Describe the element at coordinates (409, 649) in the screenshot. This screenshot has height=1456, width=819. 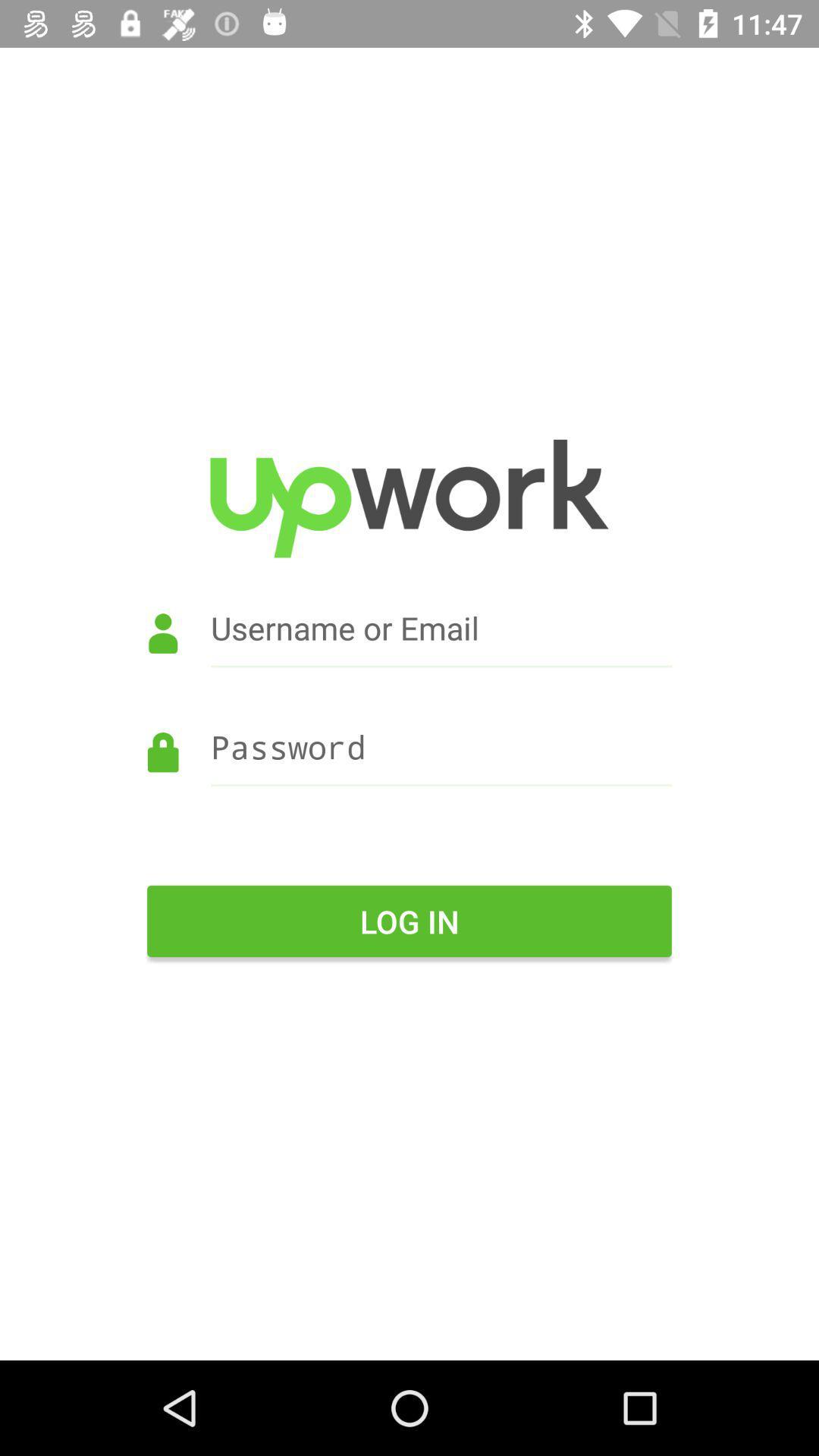
I see `username or email` at that location.